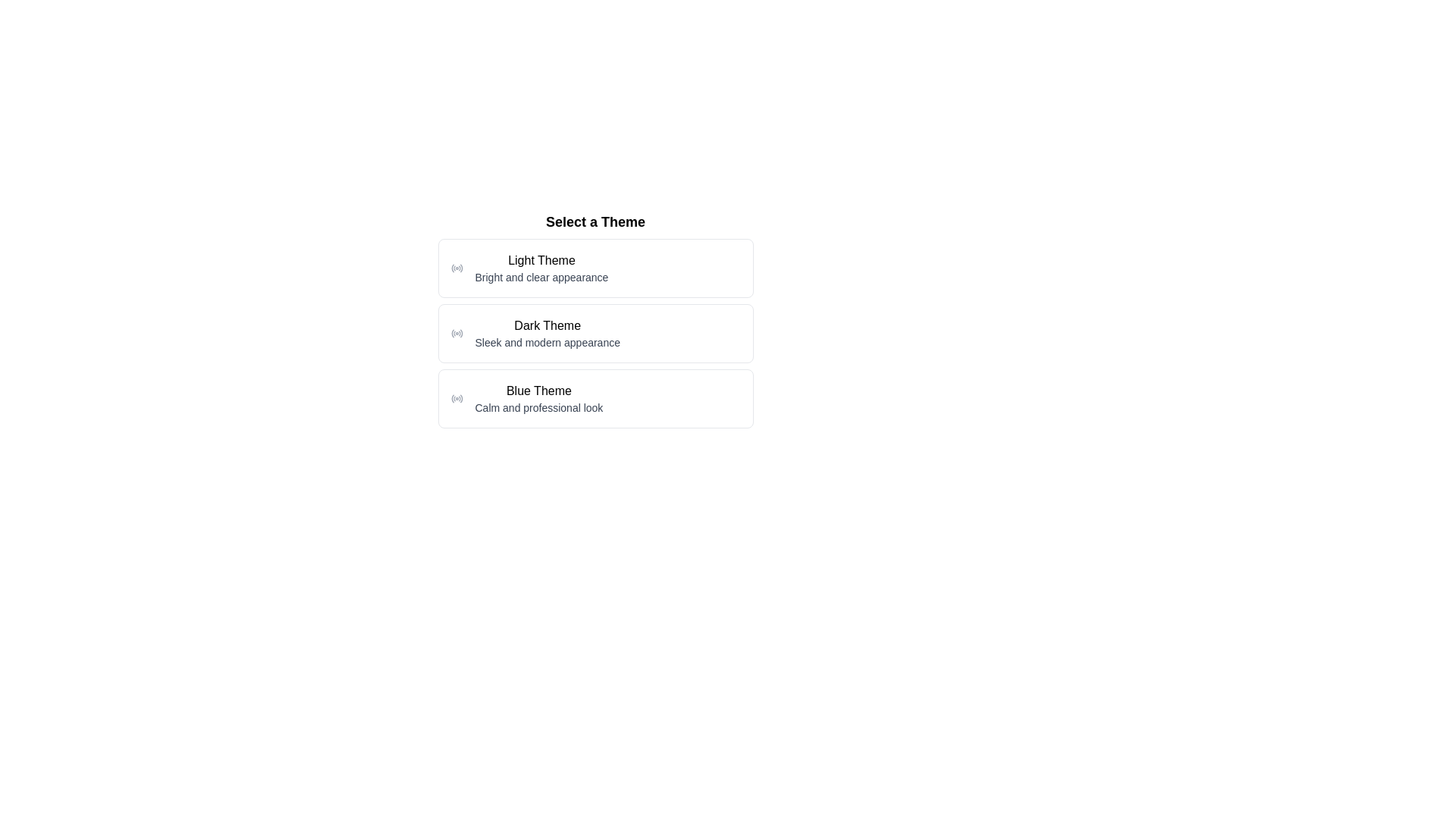  Describe the element at coordinates (538, 397) in the screenshot. I see `the 'Blue Theme' informational snippet, which is the third option in a vertical set of theme options` at that location.